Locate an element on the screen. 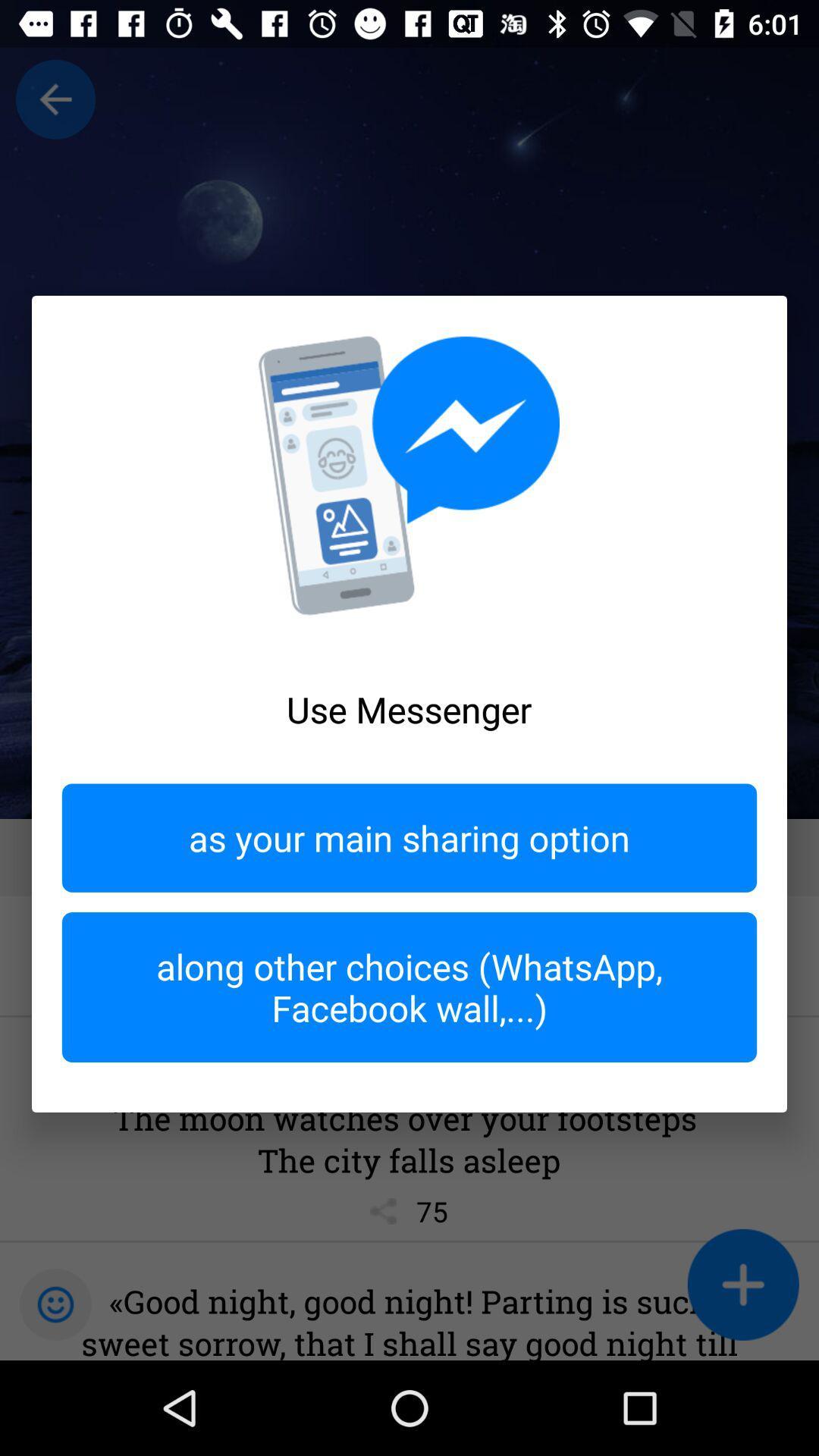 The width and height of the screenshot is (819, 1456). the item below as your main icon is located at coordinates (409, 987).